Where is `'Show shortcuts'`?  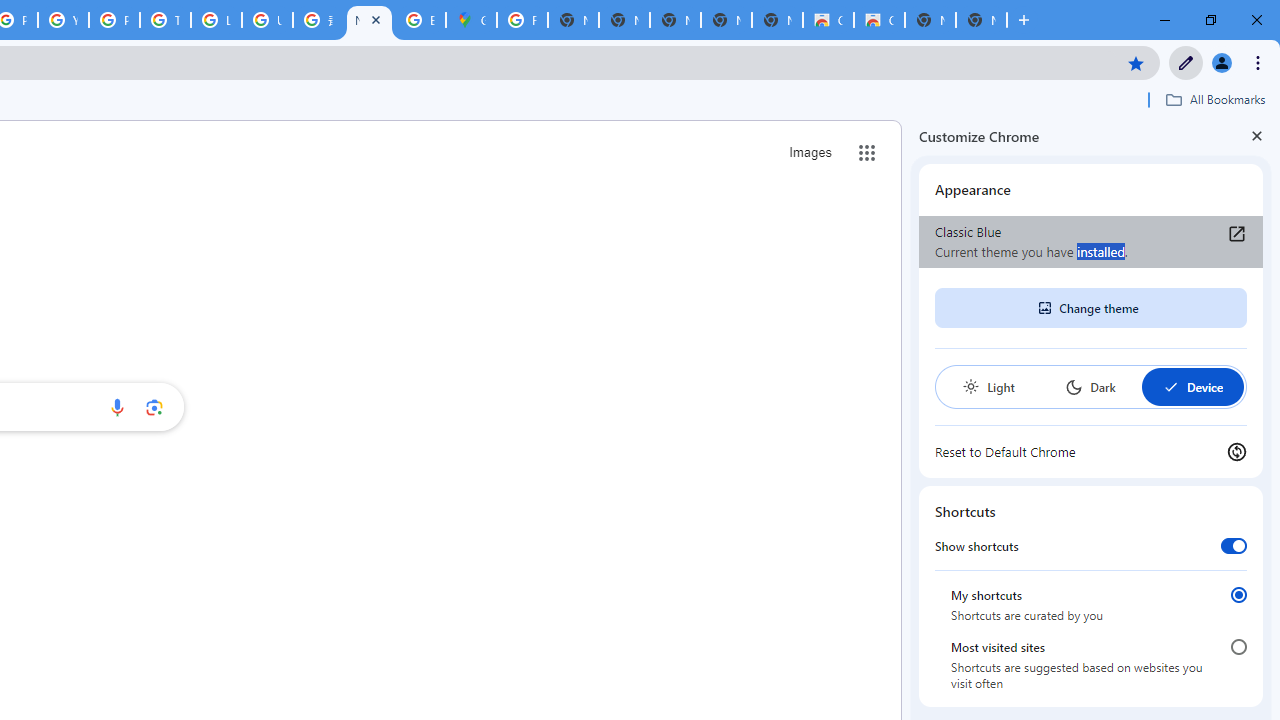
'Show shortcuts' is located at coordinates (1232, 545).